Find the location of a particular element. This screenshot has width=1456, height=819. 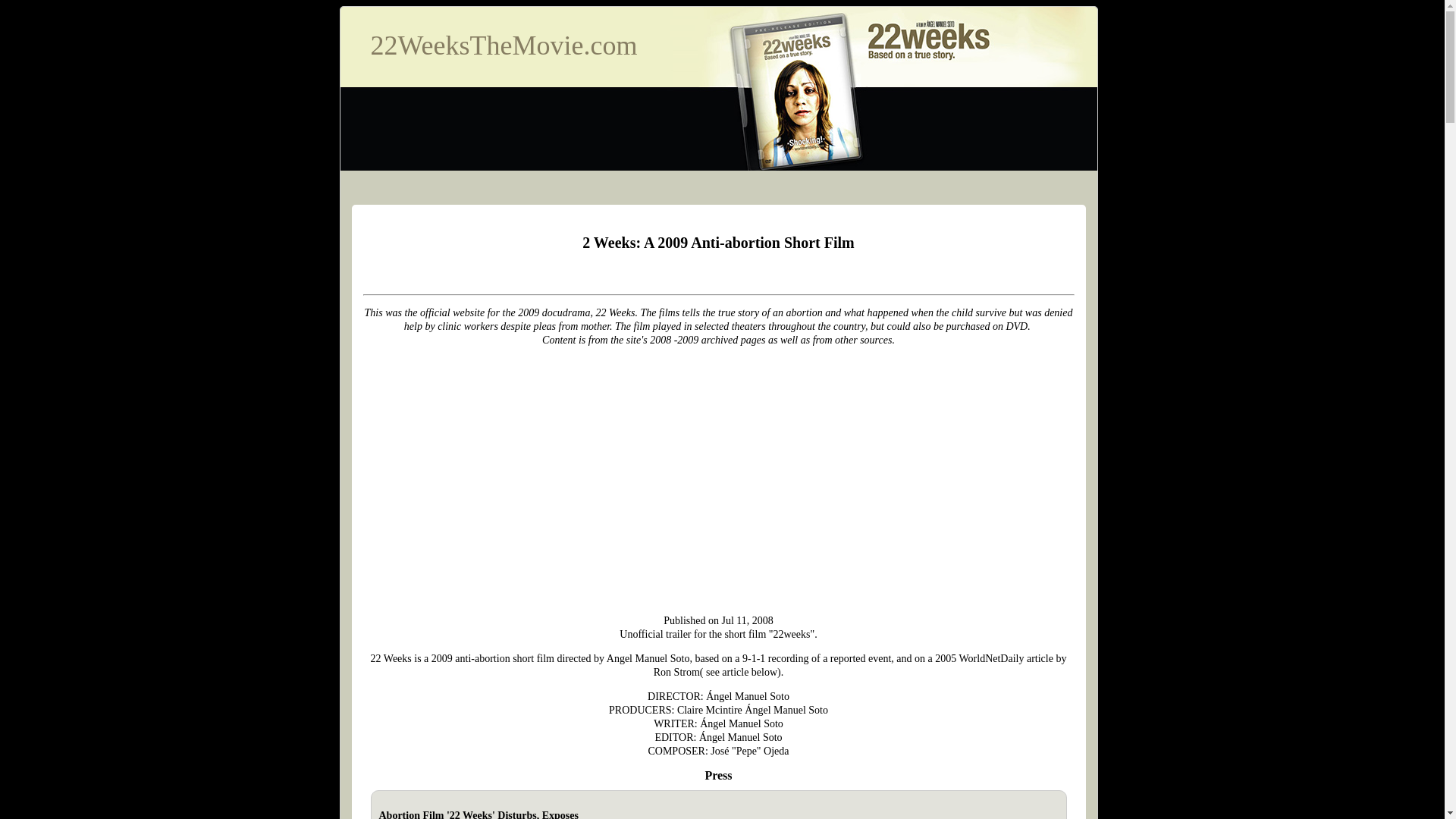

'22WeeksTheMovie.com' is located at coordinates (503, 45).